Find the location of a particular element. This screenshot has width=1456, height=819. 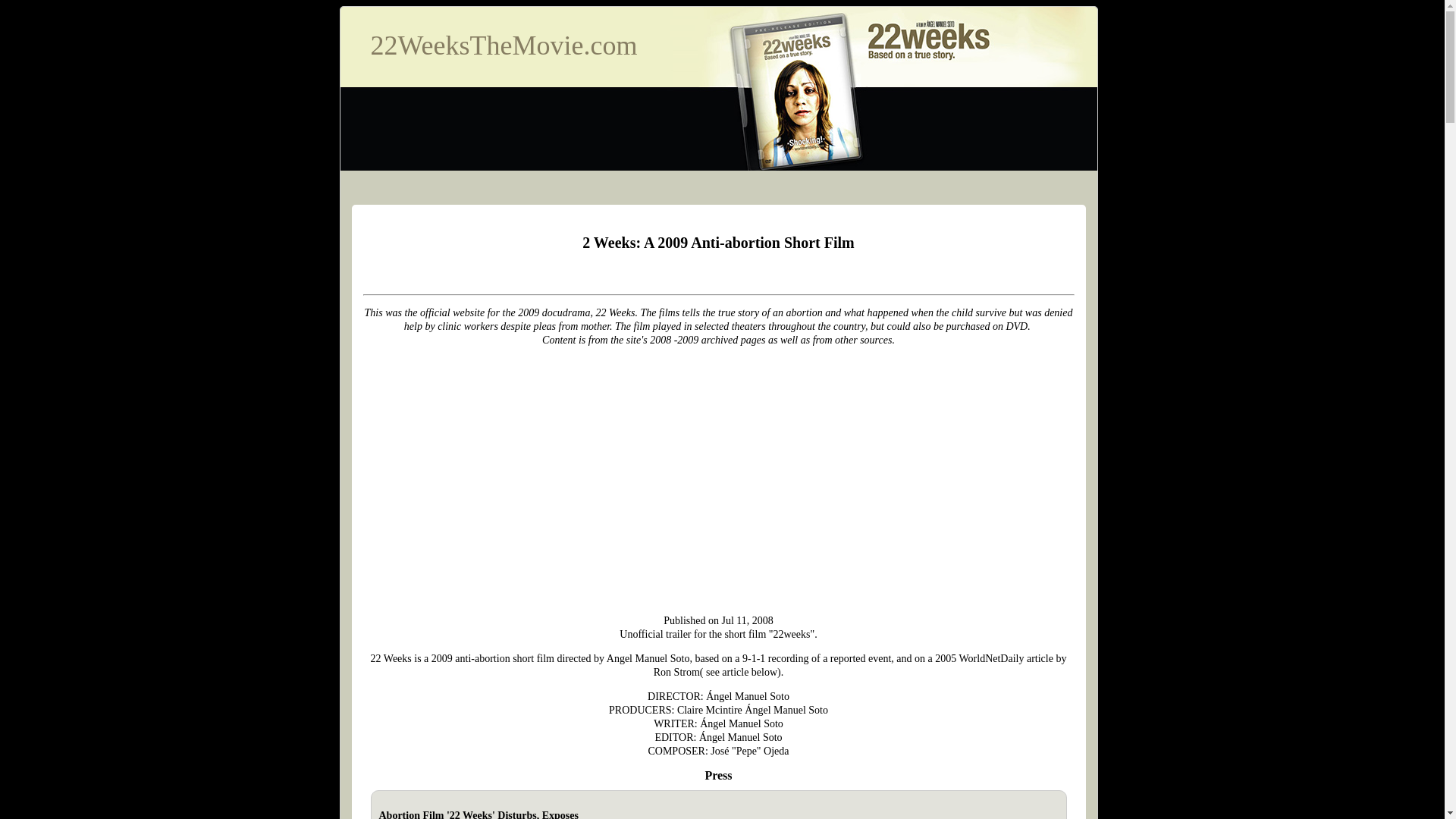

'22WeeksTheMovie.com' is located at coordinates (503, 45).